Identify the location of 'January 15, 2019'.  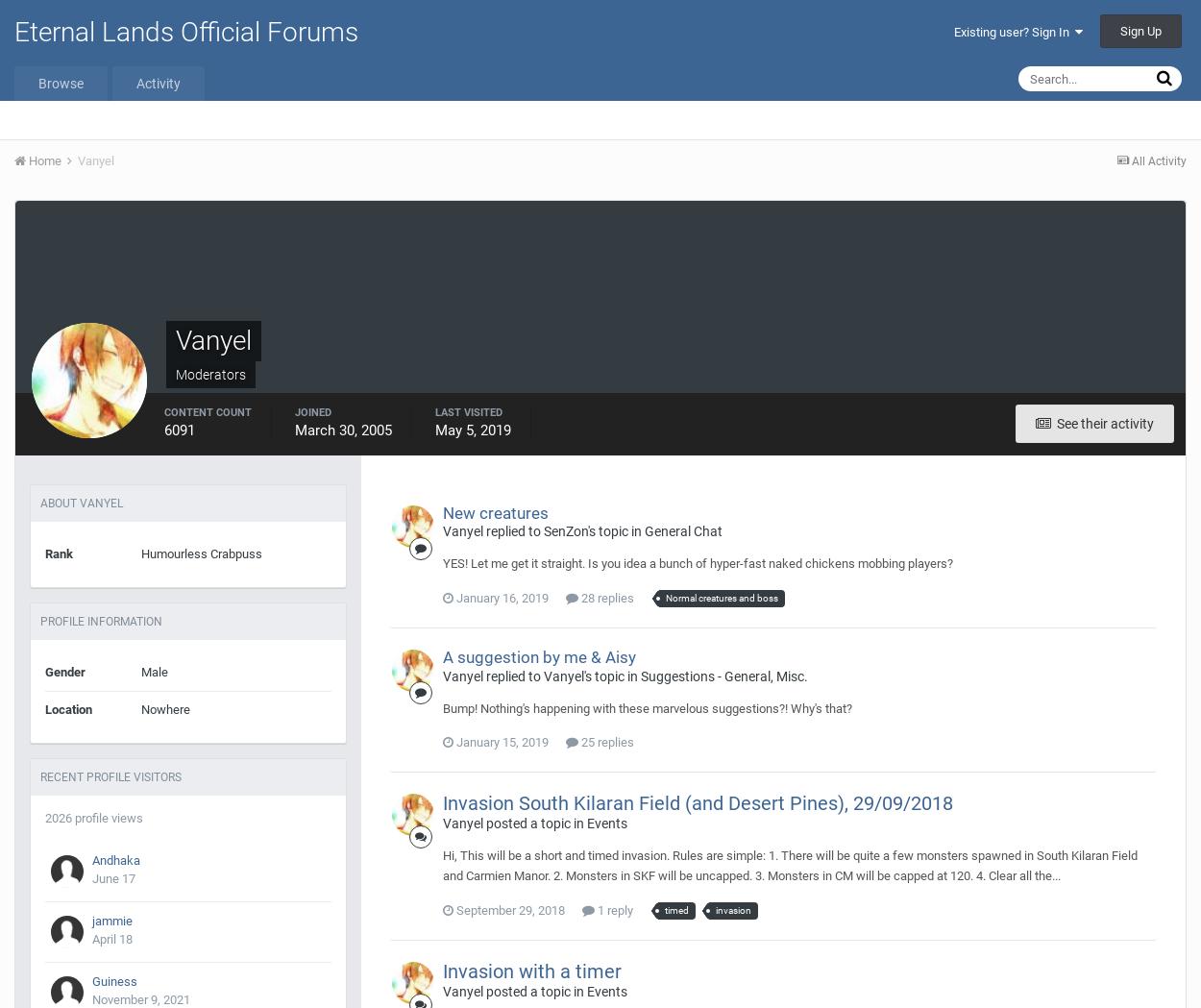
(502, 742).